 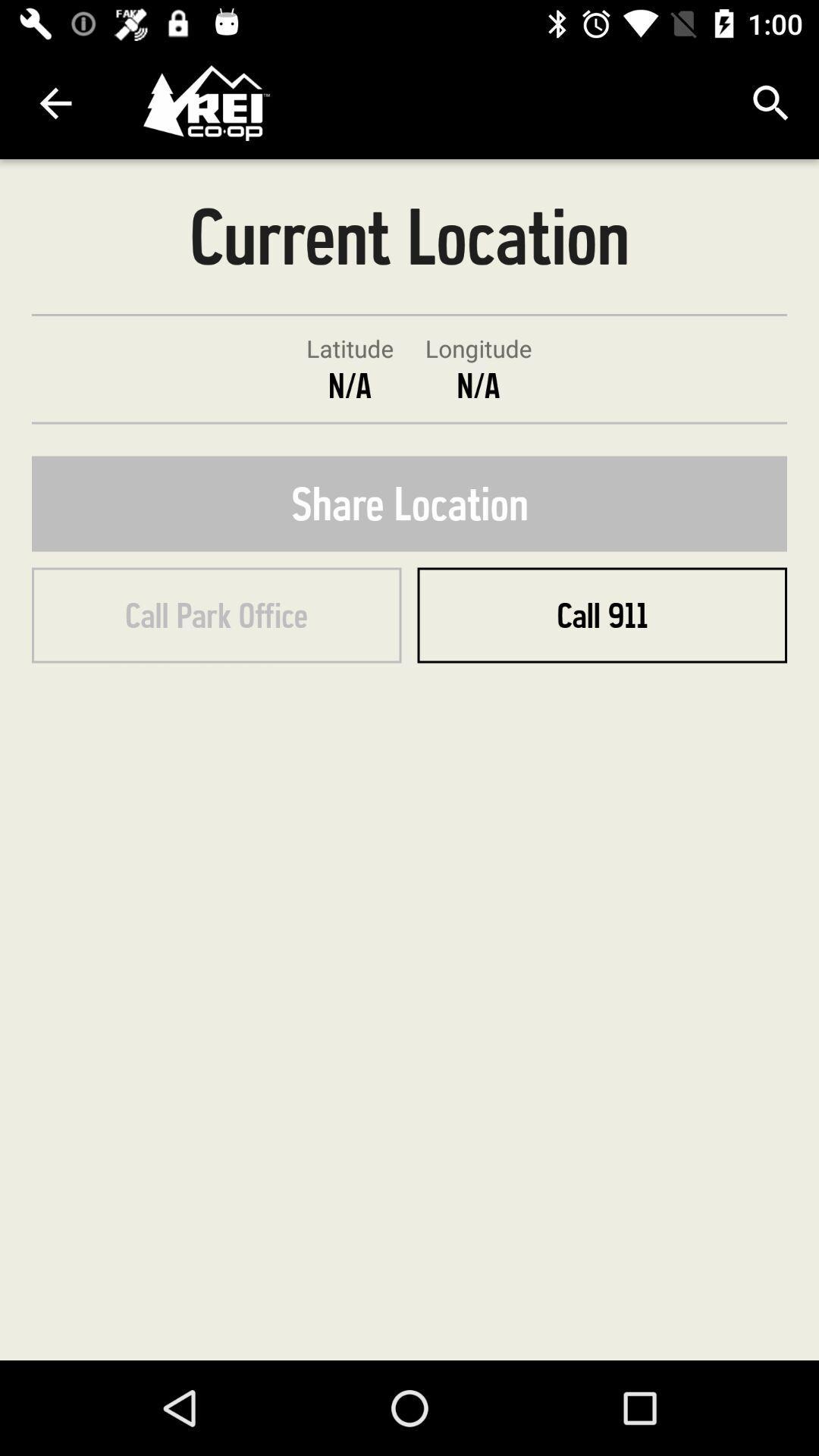 I want to click on the share location, so click(x=409, y=504).